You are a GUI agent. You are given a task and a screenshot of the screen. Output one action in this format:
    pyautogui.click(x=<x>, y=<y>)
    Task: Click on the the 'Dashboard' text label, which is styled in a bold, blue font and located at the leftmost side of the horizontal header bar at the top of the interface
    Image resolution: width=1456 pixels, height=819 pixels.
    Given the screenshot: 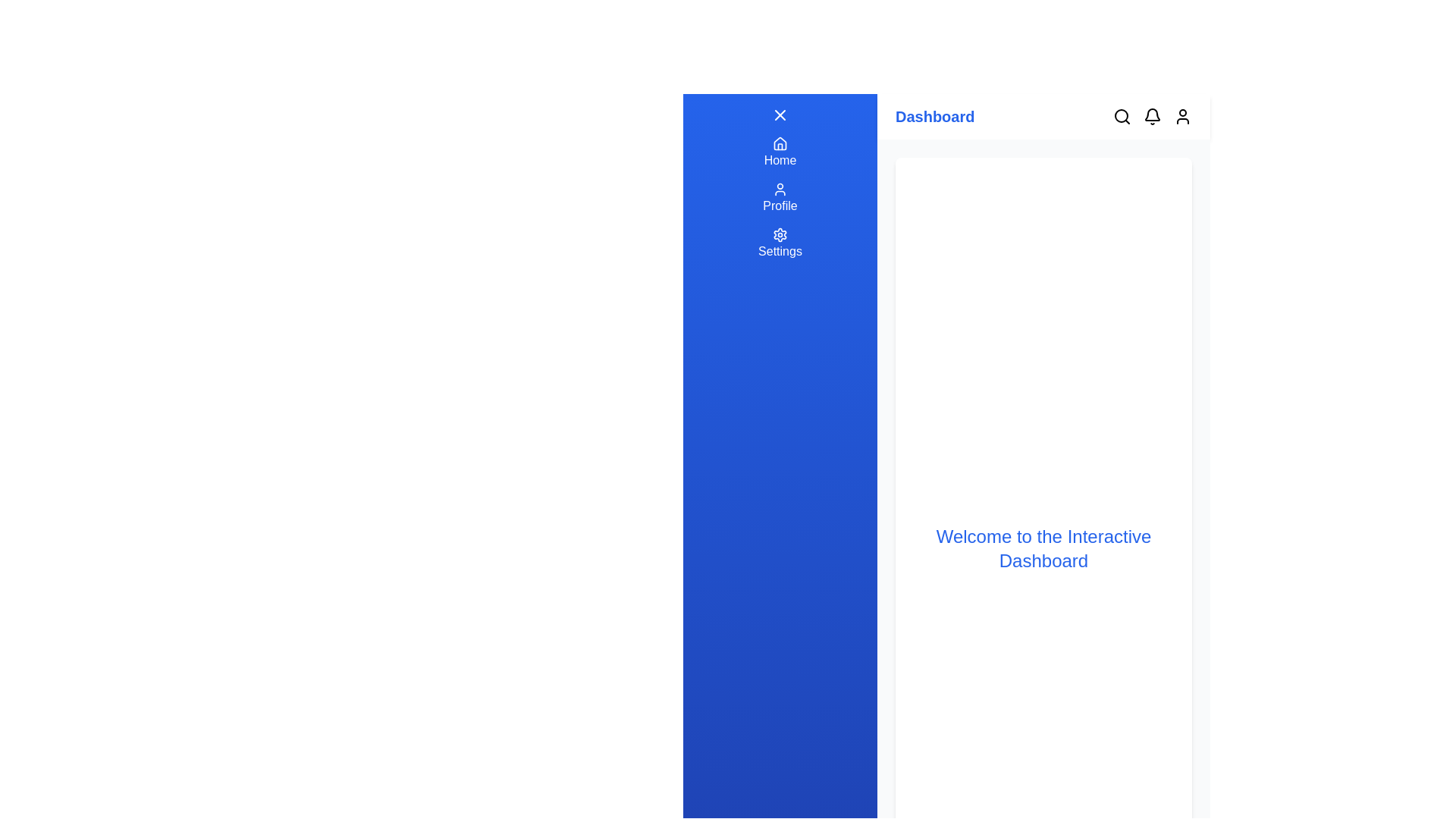 What is the action you would take?
    pyautogui.click(x=934, y=116)
    